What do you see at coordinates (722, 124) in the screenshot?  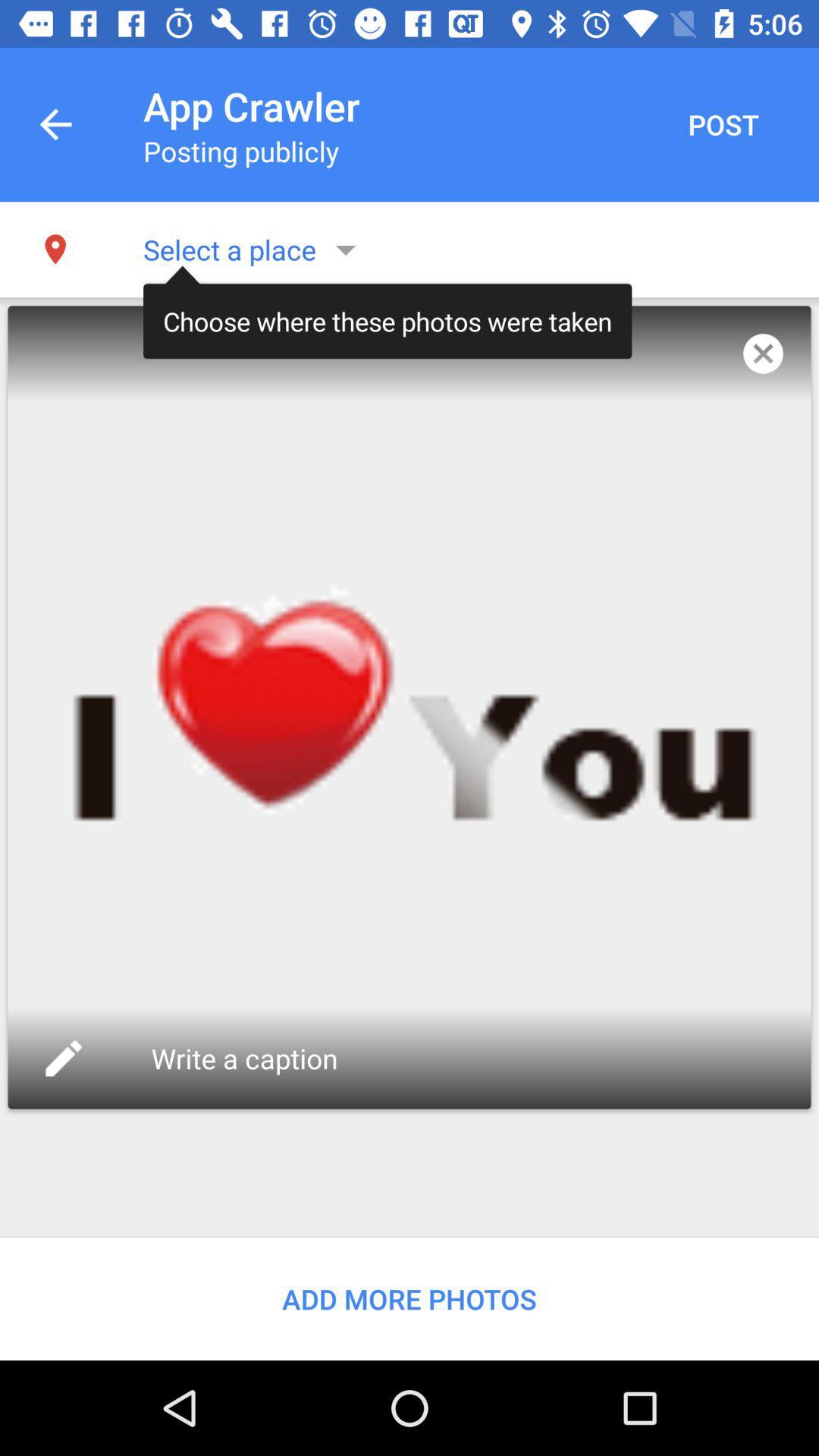 I see `the icon next to the app crawler item` at bounding box center [722, 124].